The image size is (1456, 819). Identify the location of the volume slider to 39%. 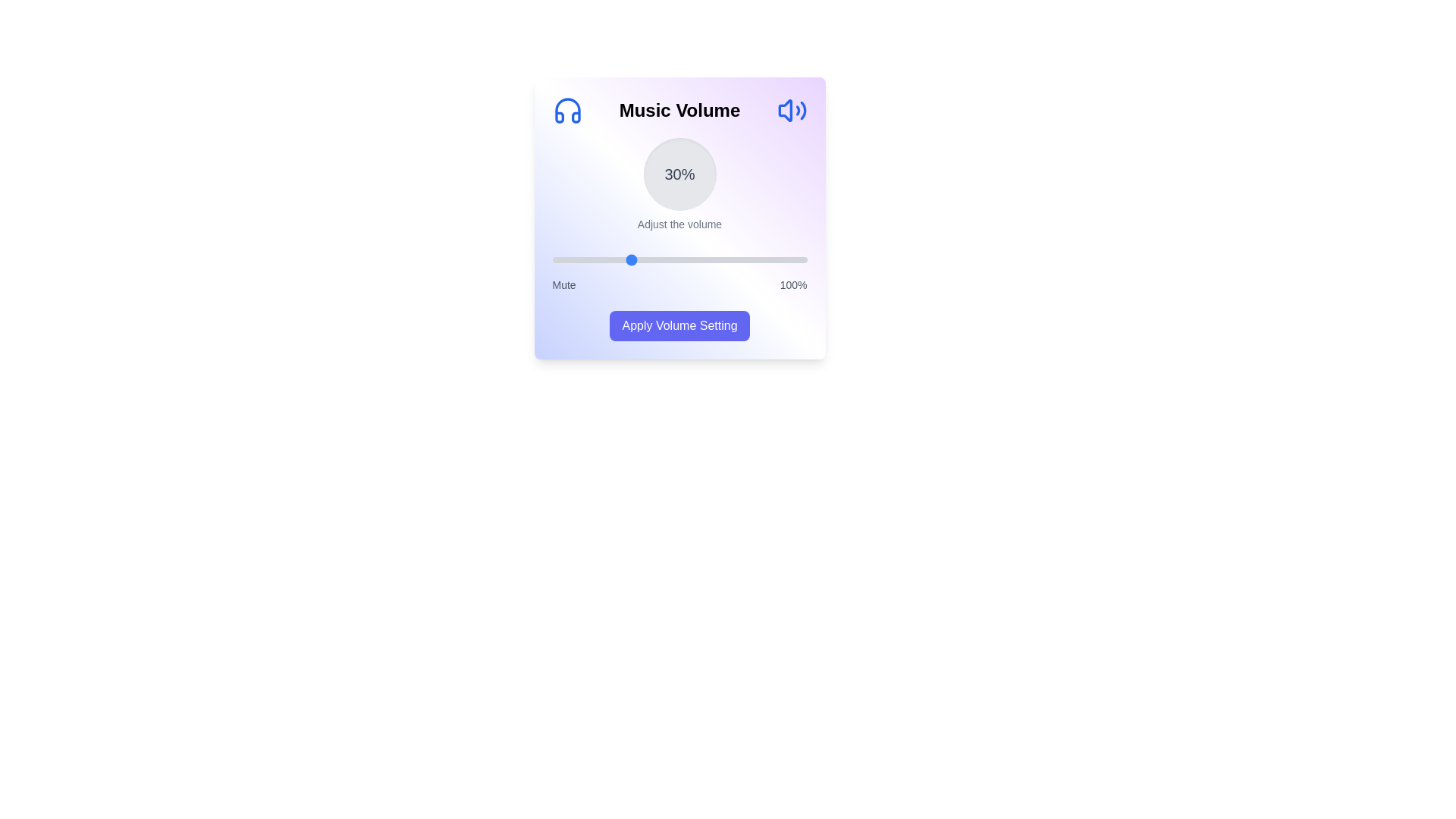
(651, 259).